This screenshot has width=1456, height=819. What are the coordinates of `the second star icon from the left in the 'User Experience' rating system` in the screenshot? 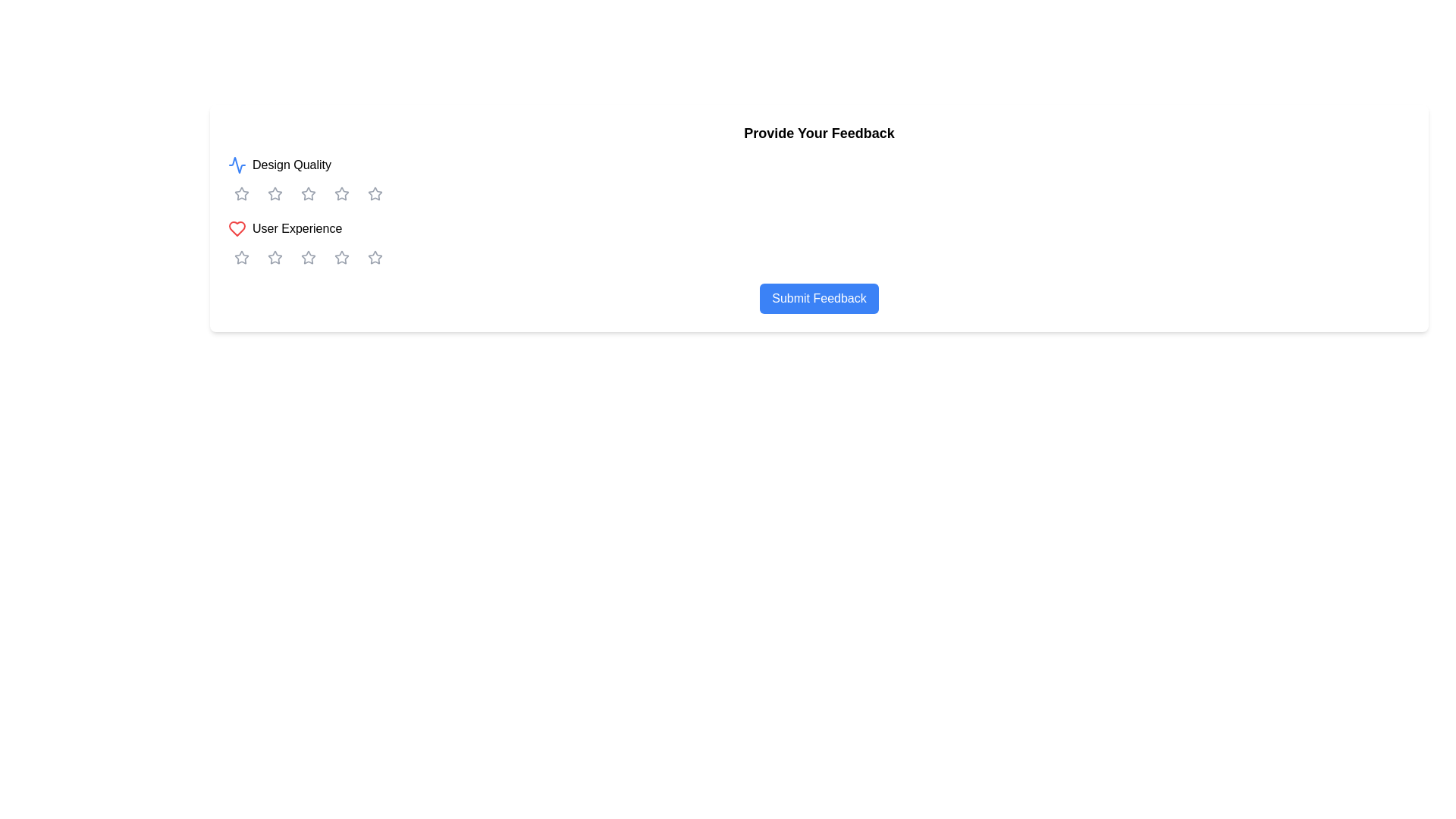 It's located at (275, 256).